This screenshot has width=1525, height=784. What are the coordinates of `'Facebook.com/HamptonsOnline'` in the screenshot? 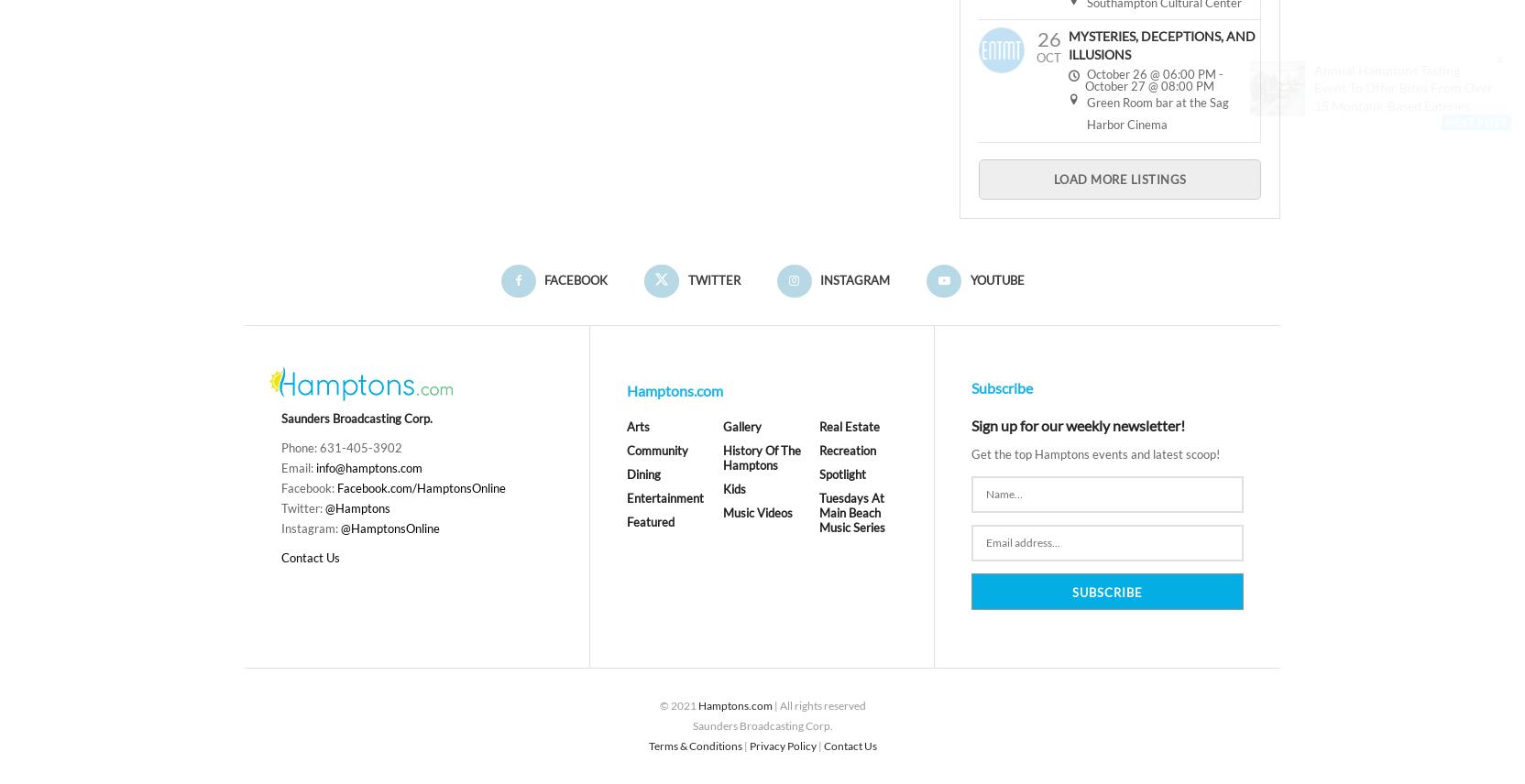 It's located at (420, 488).